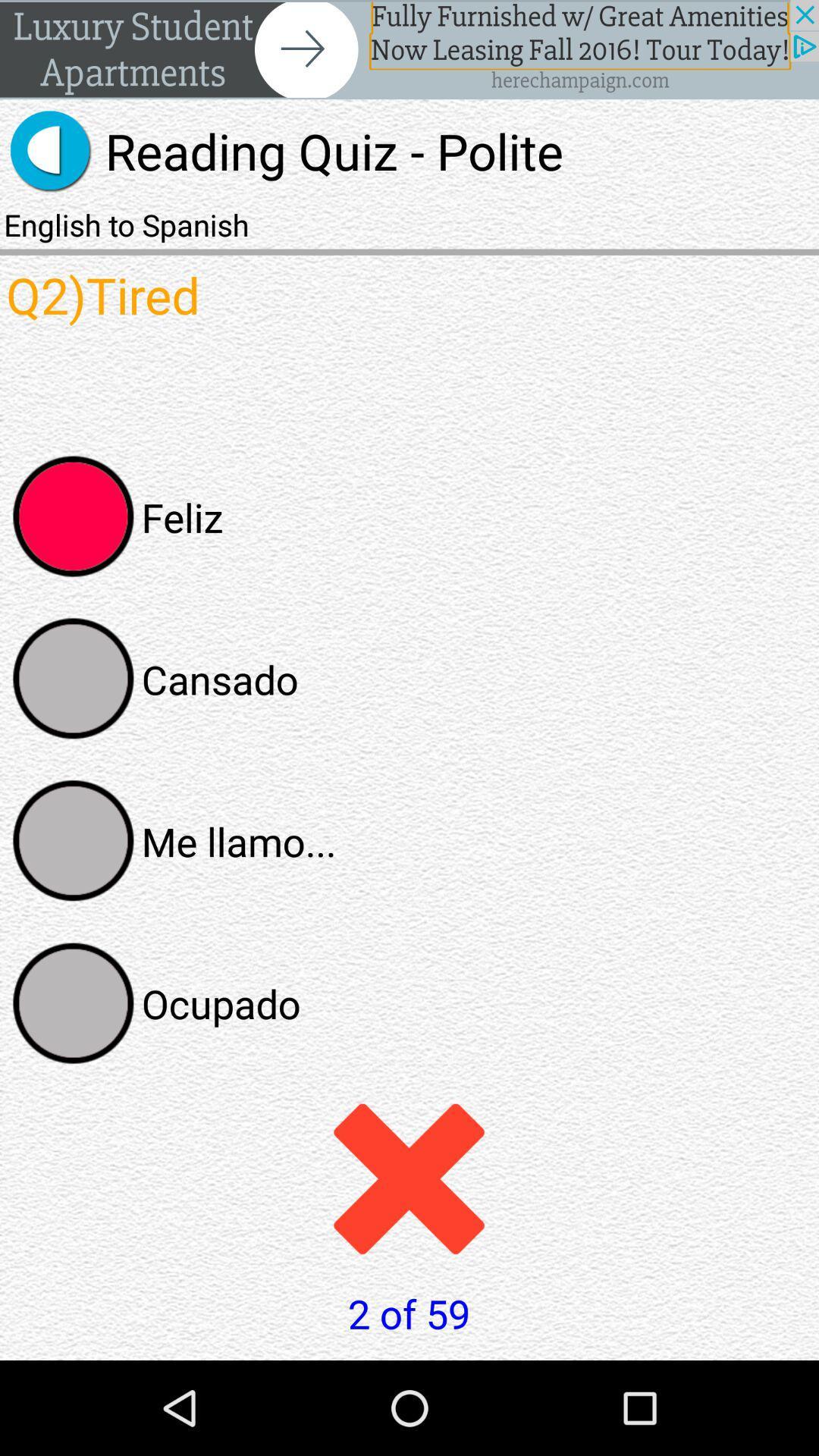 The height and width of the screenshot is (1456, 819). What do you see at coordinates (74, 1003) in the screenshot?
I see `click ocupado` at bounding box center [74, 1003].